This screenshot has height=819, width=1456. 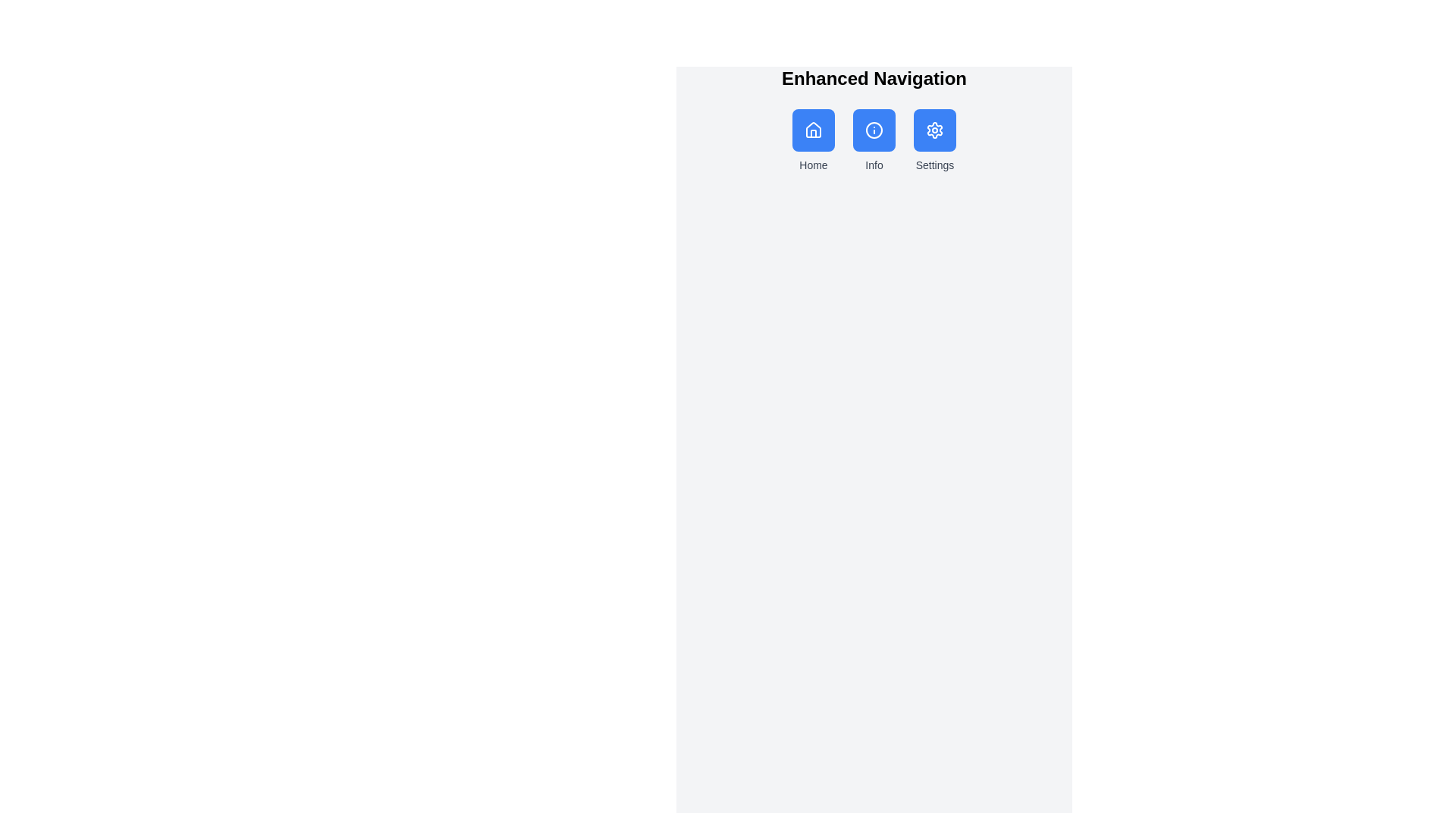 I want to click on the central button labeled 'Info' which has a blue background and an icon of a circle with an 'i', so click(x=874, y=140).